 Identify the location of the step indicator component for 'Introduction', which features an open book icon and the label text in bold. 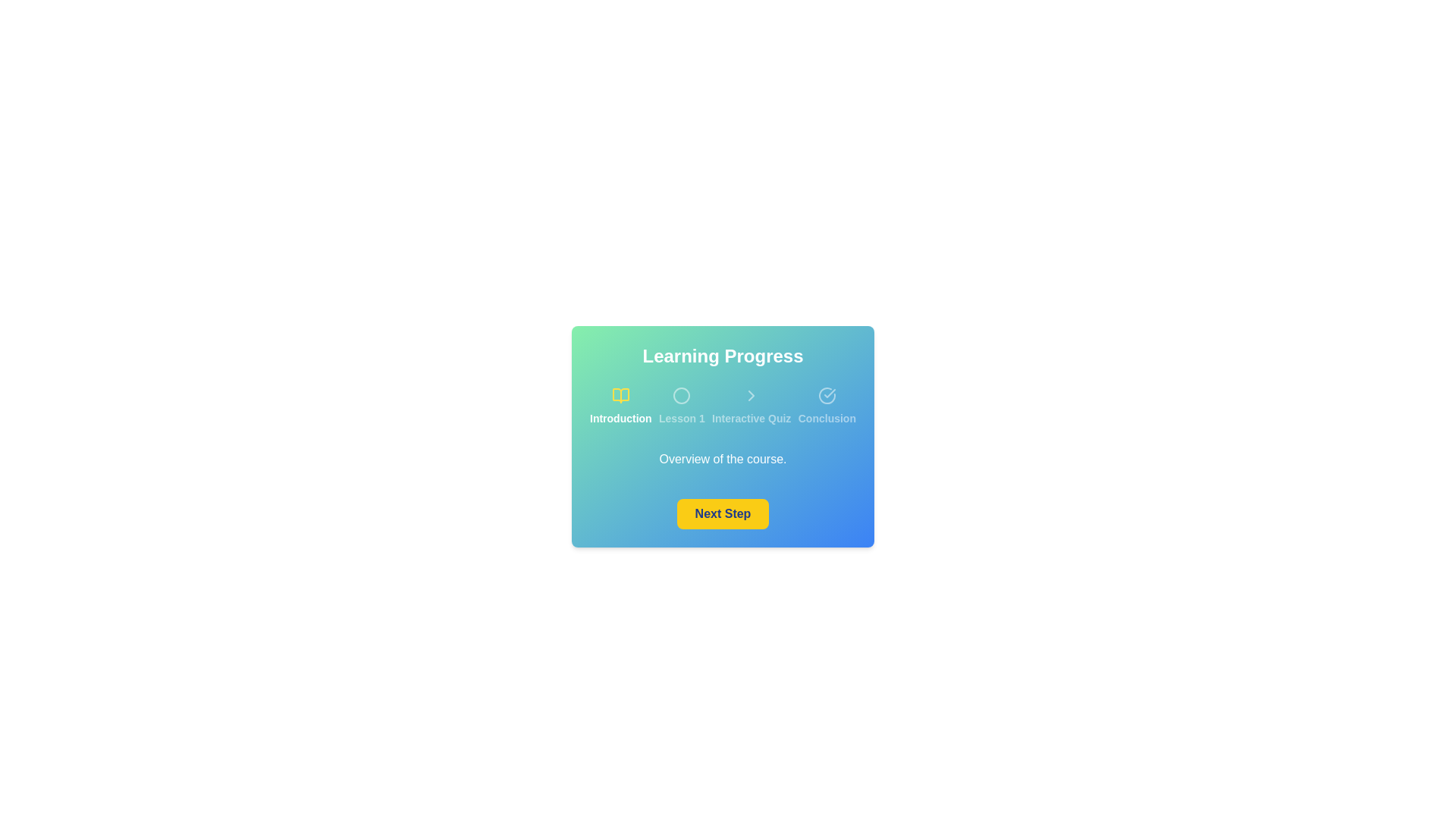
(620, 406).